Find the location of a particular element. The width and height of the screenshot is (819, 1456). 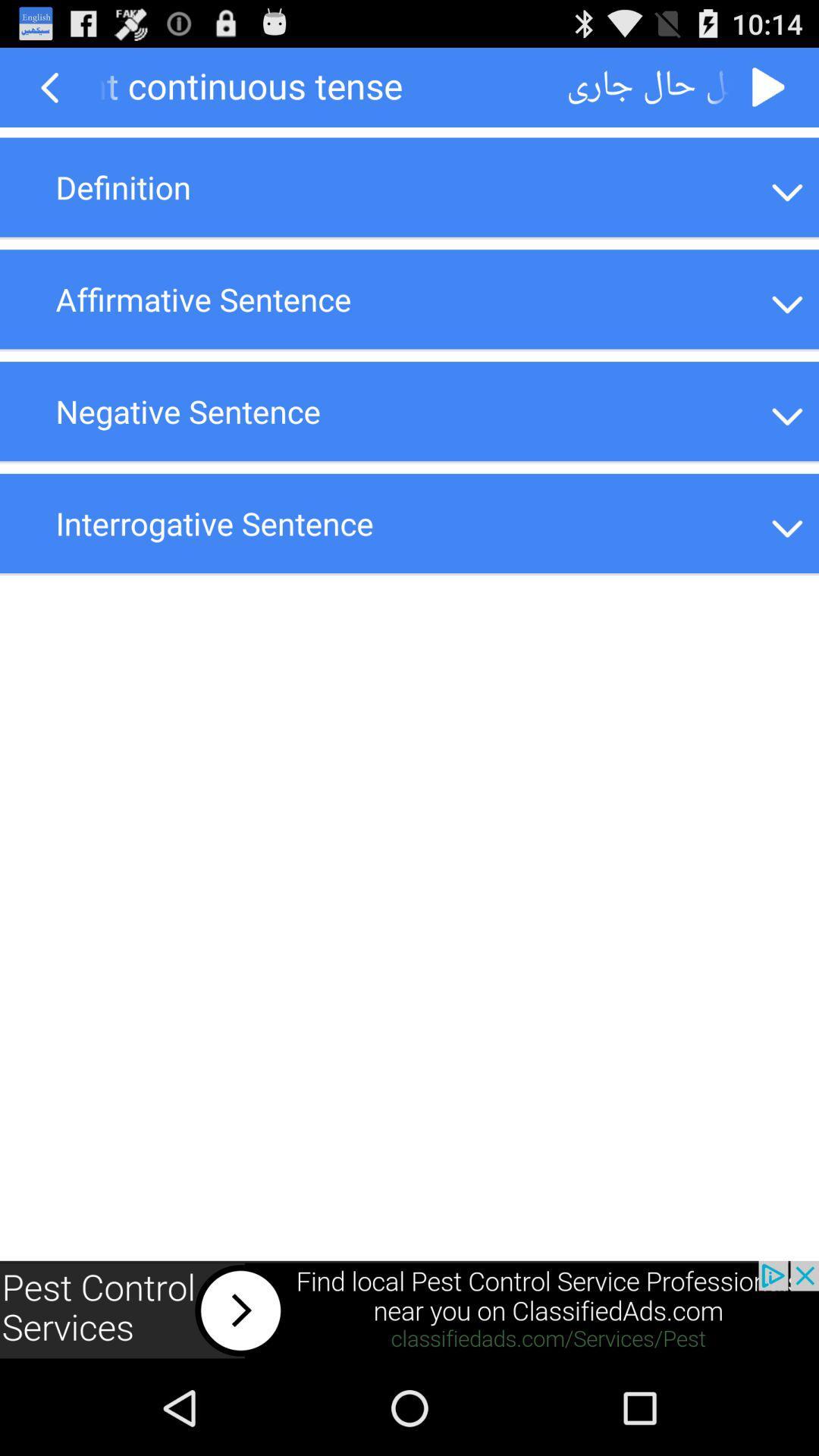

the option is located at coordinates (409, 1310).